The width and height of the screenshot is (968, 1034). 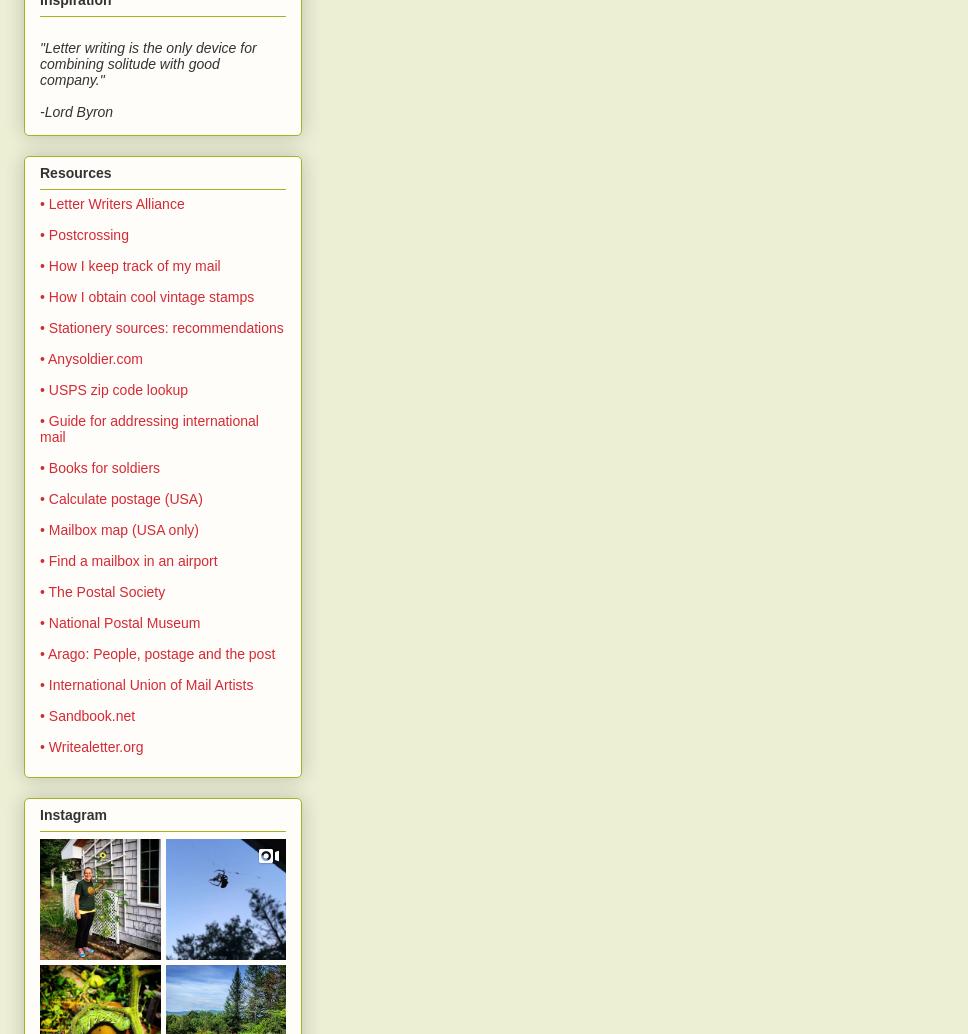 What do you see at coordinates (127, 560) in the screenshot?
I see `'• Find a mailbox in an airport'` at bounding box center [127, 560].